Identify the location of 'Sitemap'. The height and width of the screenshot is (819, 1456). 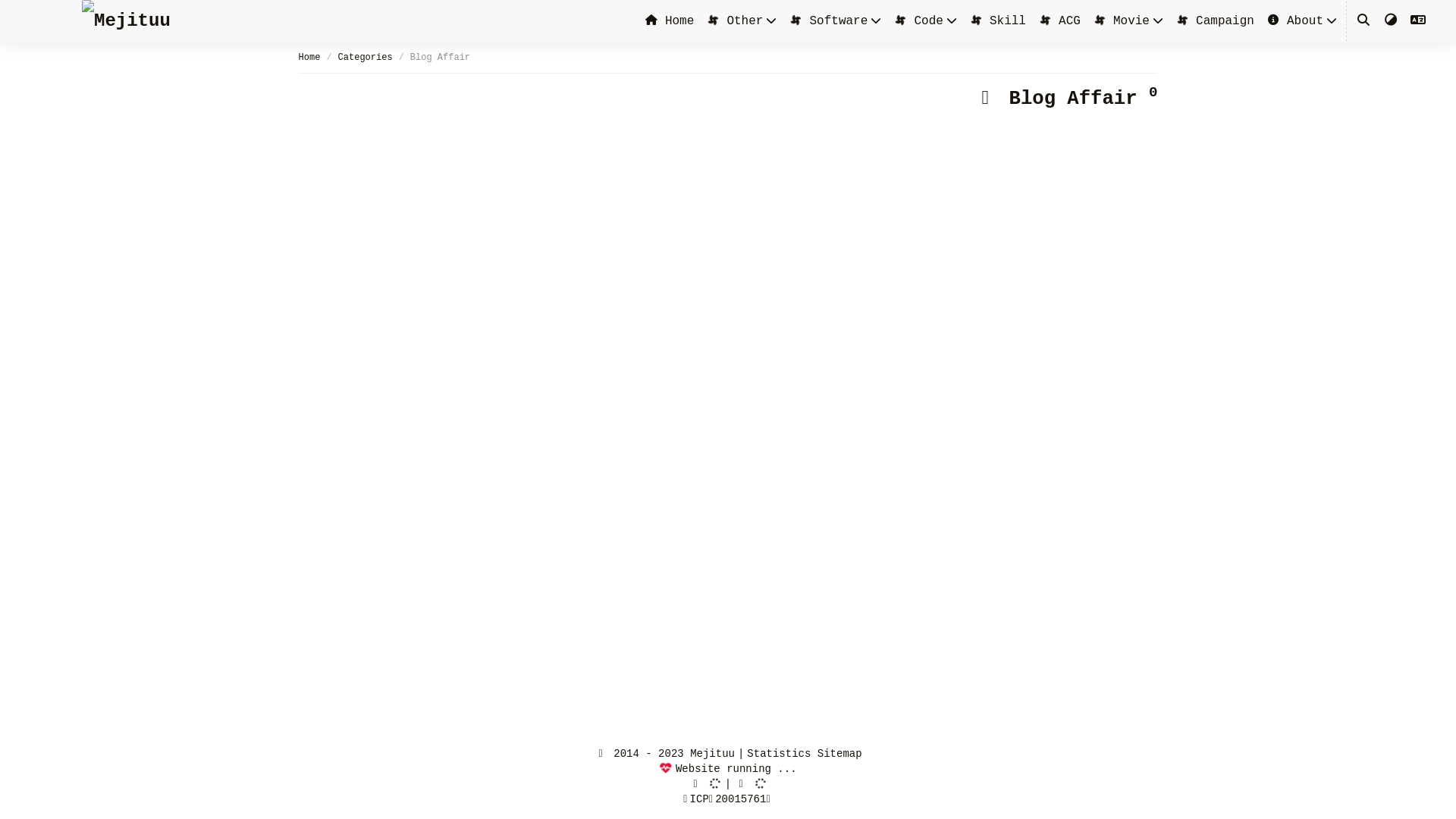
(839, 754).